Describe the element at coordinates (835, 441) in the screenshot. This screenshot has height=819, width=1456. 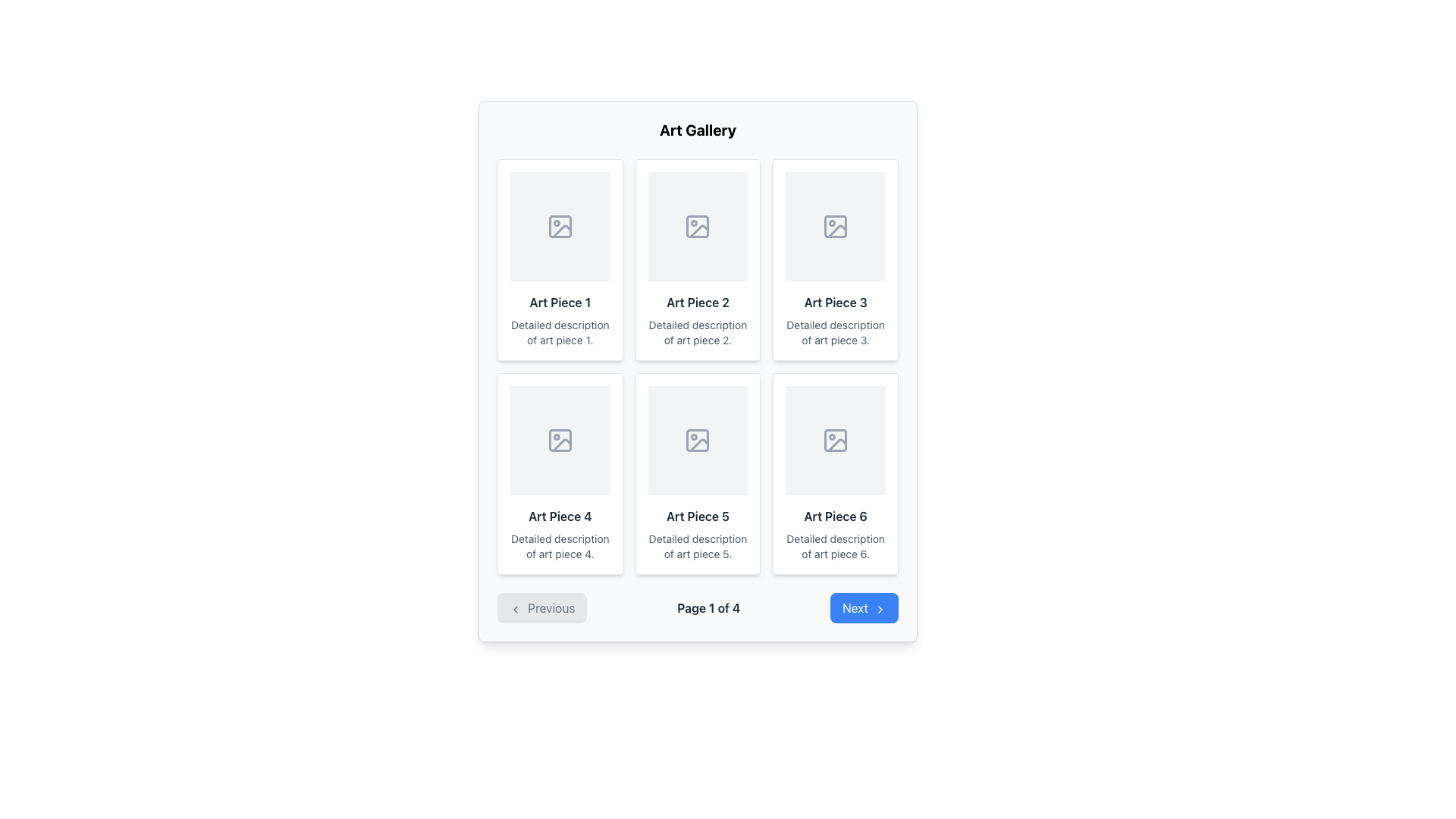
I see `the placeholder icon located in the bottom-right of a grid containing six placeholders, indicating the absence of an actual image` at that location.